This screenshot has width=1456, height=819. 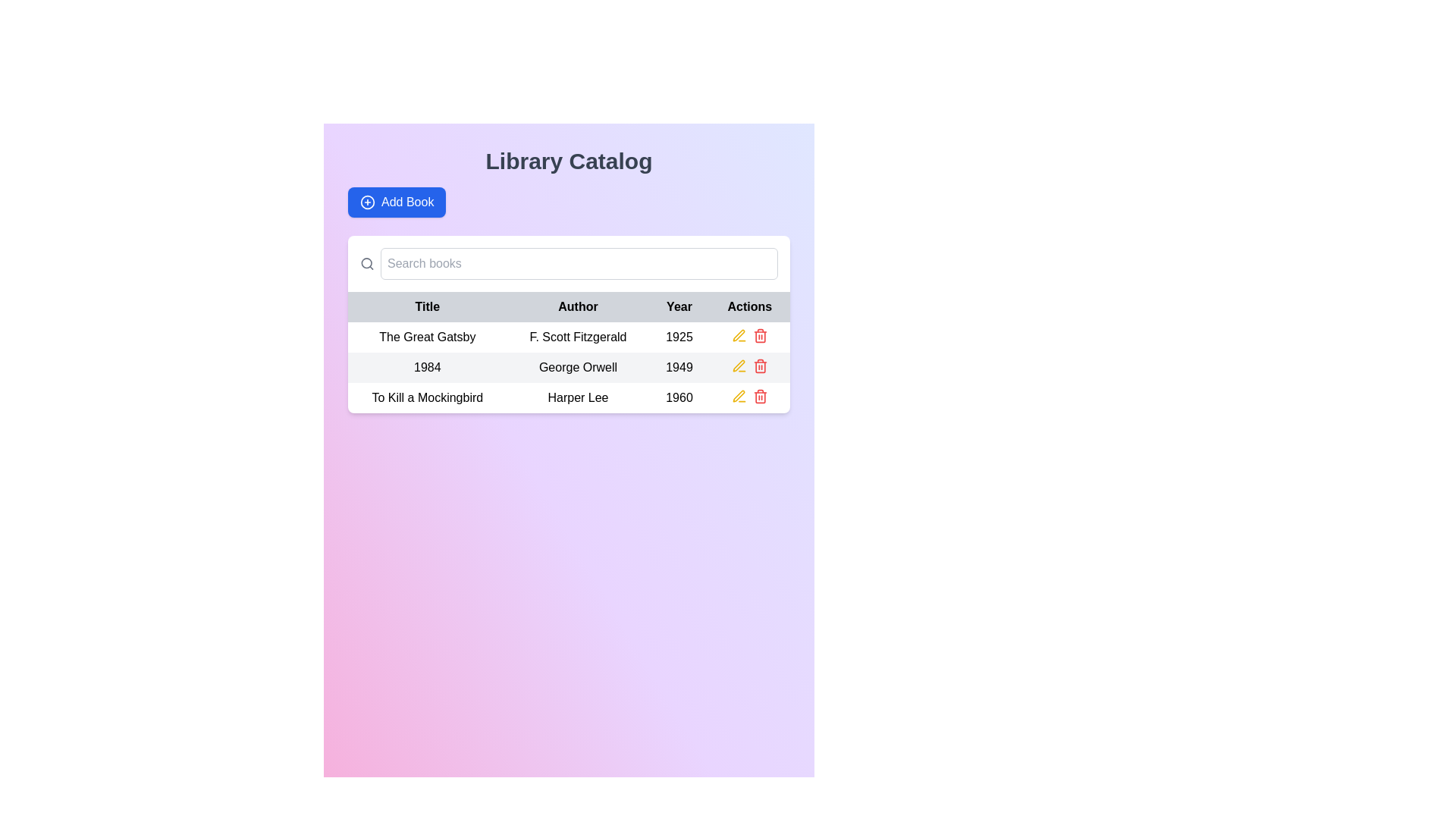 What do you see at coordinates (760, 366) in the screenshot?
I see `the red trash can icon button located in the 'Actions' column of the table, specifically the rightmost action in the last row for the book 'To Kill a Mockingbird' to change its color` at bounding box center [760, 366].